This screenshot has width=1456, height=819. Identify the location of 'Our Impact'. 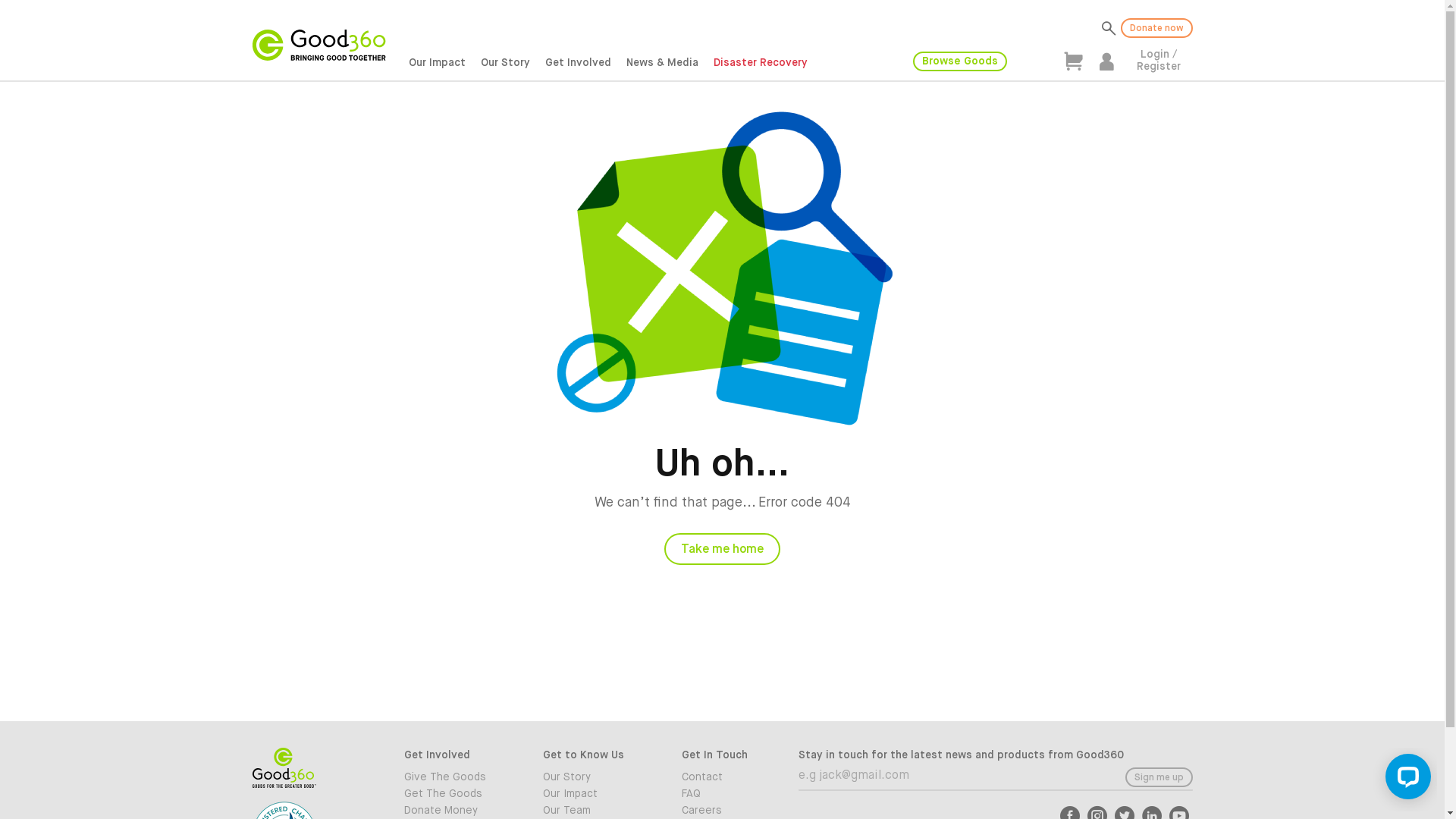
(600, 792).